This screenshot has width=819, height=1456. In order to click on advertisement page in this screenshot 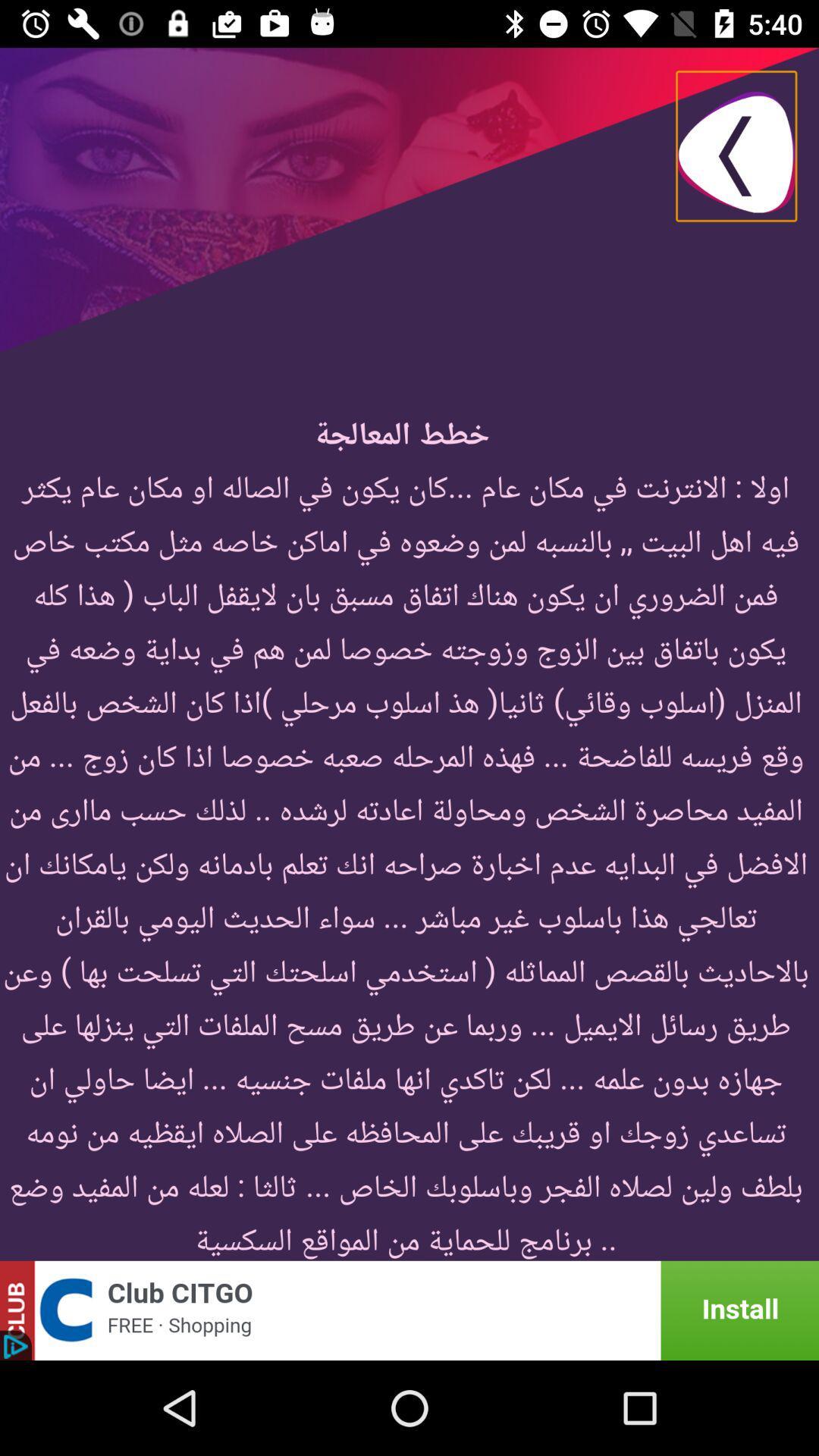, I will do `click(409, 1310)`.